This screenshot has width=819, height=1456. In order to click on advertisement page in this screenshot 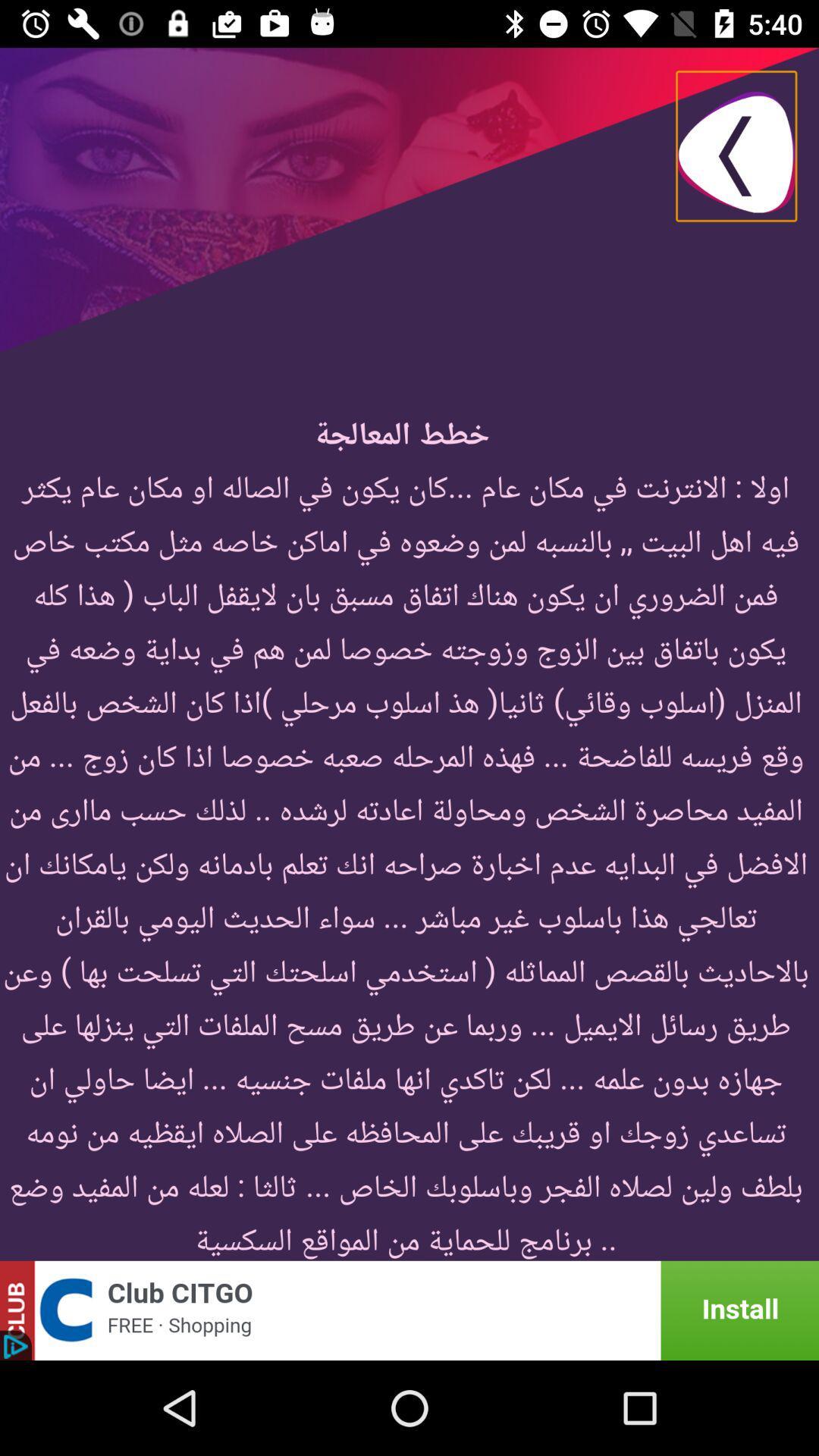, I will do `click(409, 1310)`.